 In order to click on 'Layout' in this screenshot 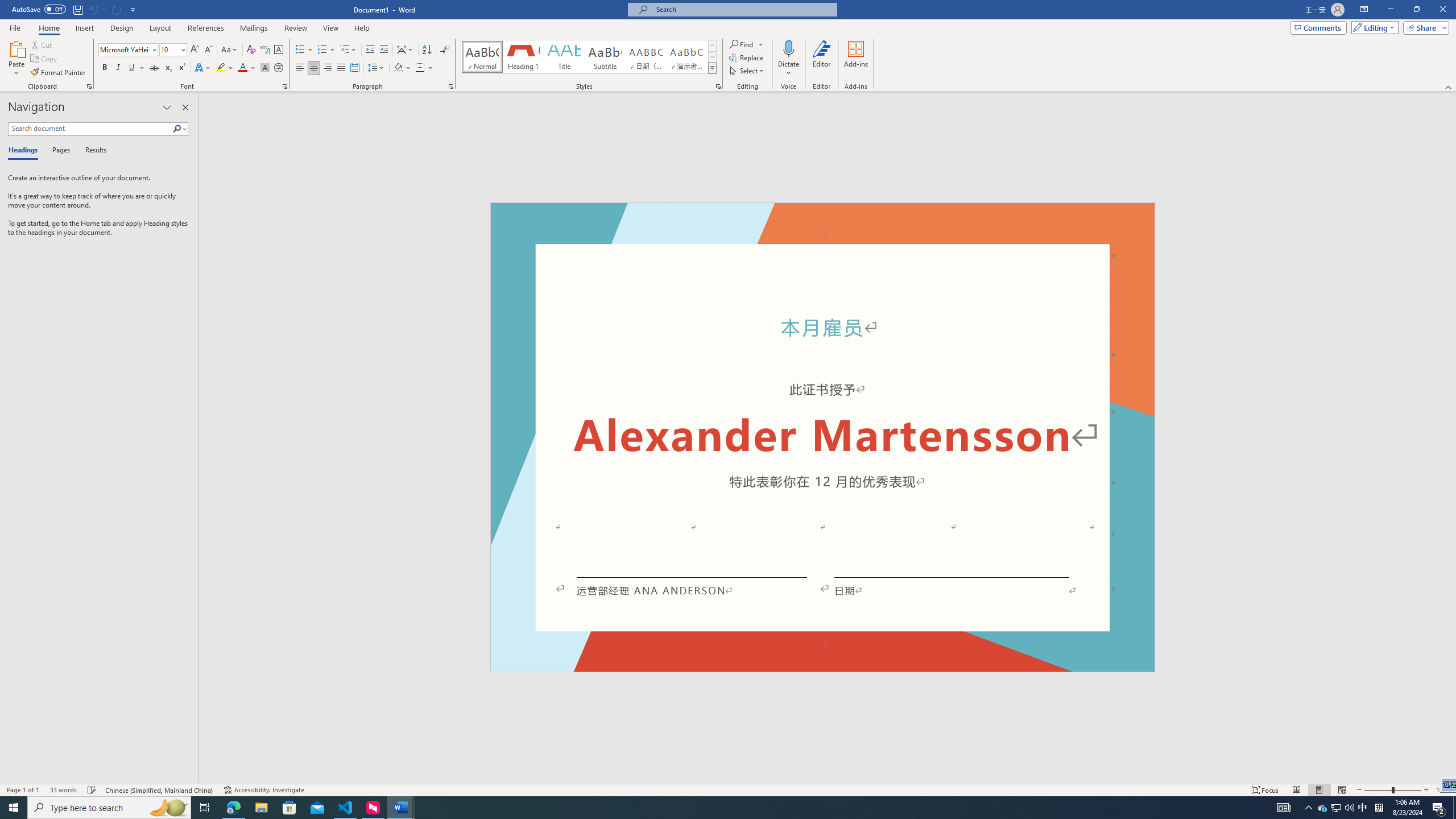, I will do `click(160, 28)`.